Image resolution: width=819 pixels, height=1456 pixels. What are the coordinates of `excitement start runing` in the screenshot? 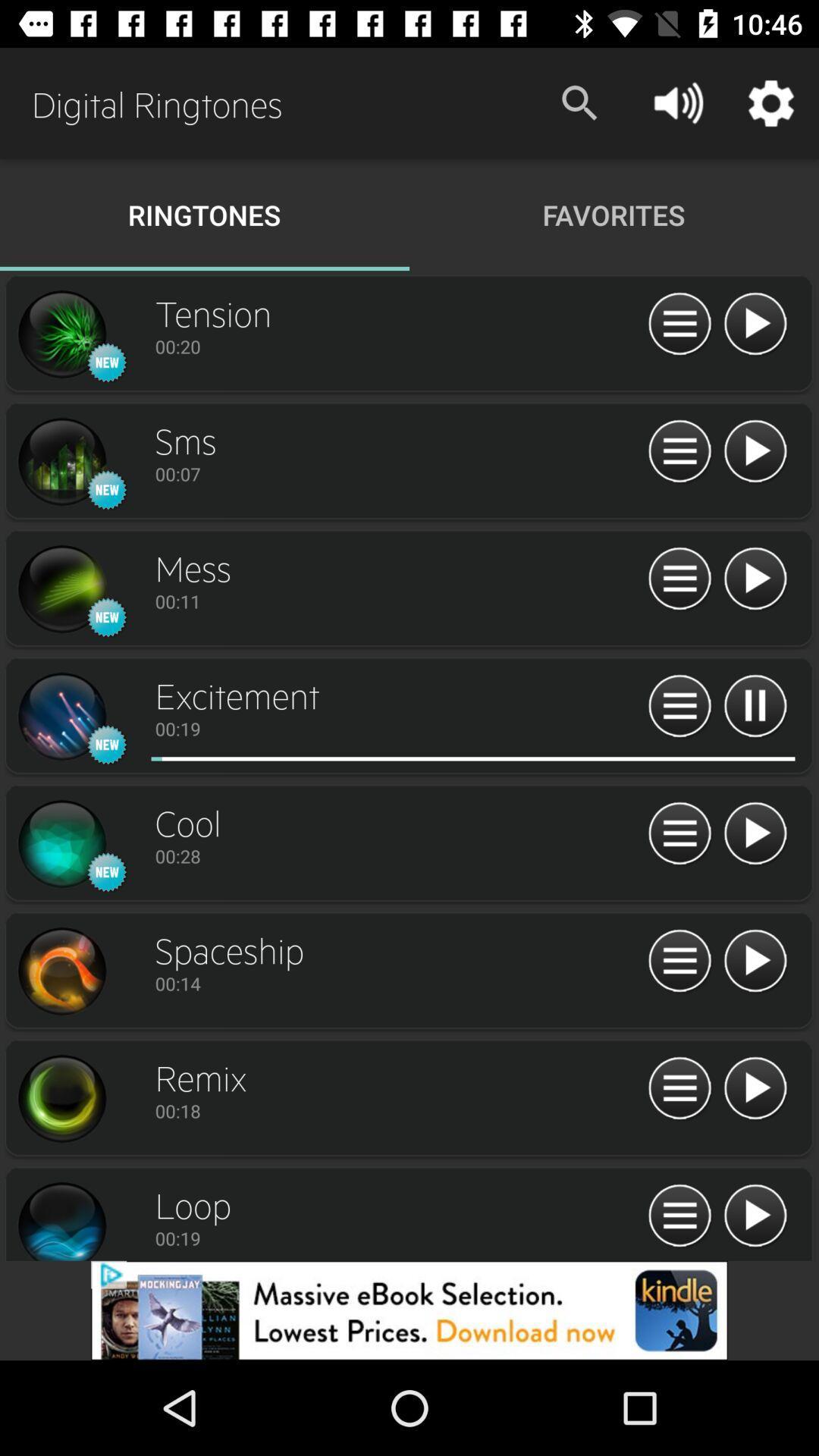 It's located at (403, 758).